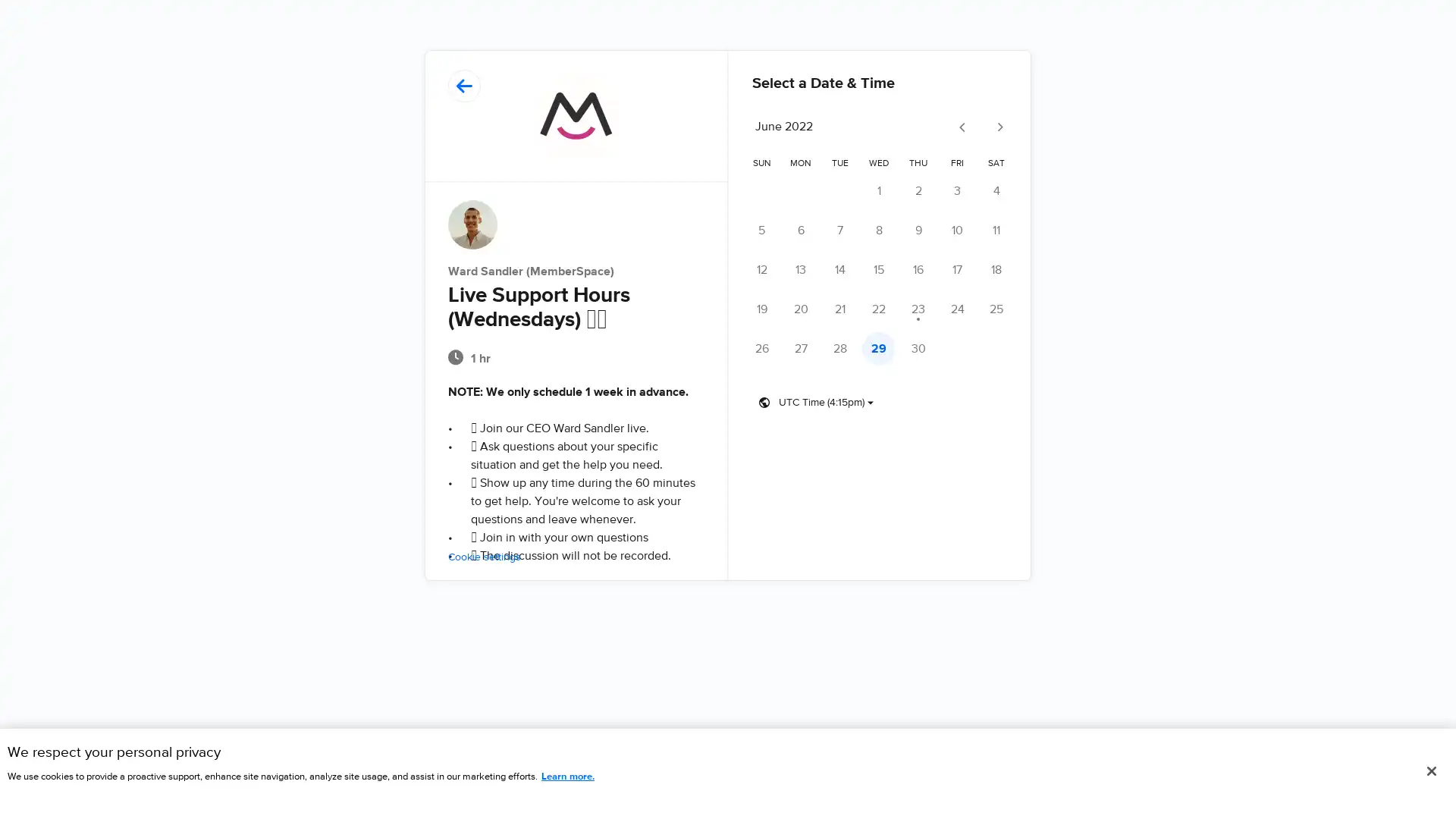 The width and height of the screenshot is (1456, 819). I want to click on Sunday, June 26 - No times available, so click(761, 348).